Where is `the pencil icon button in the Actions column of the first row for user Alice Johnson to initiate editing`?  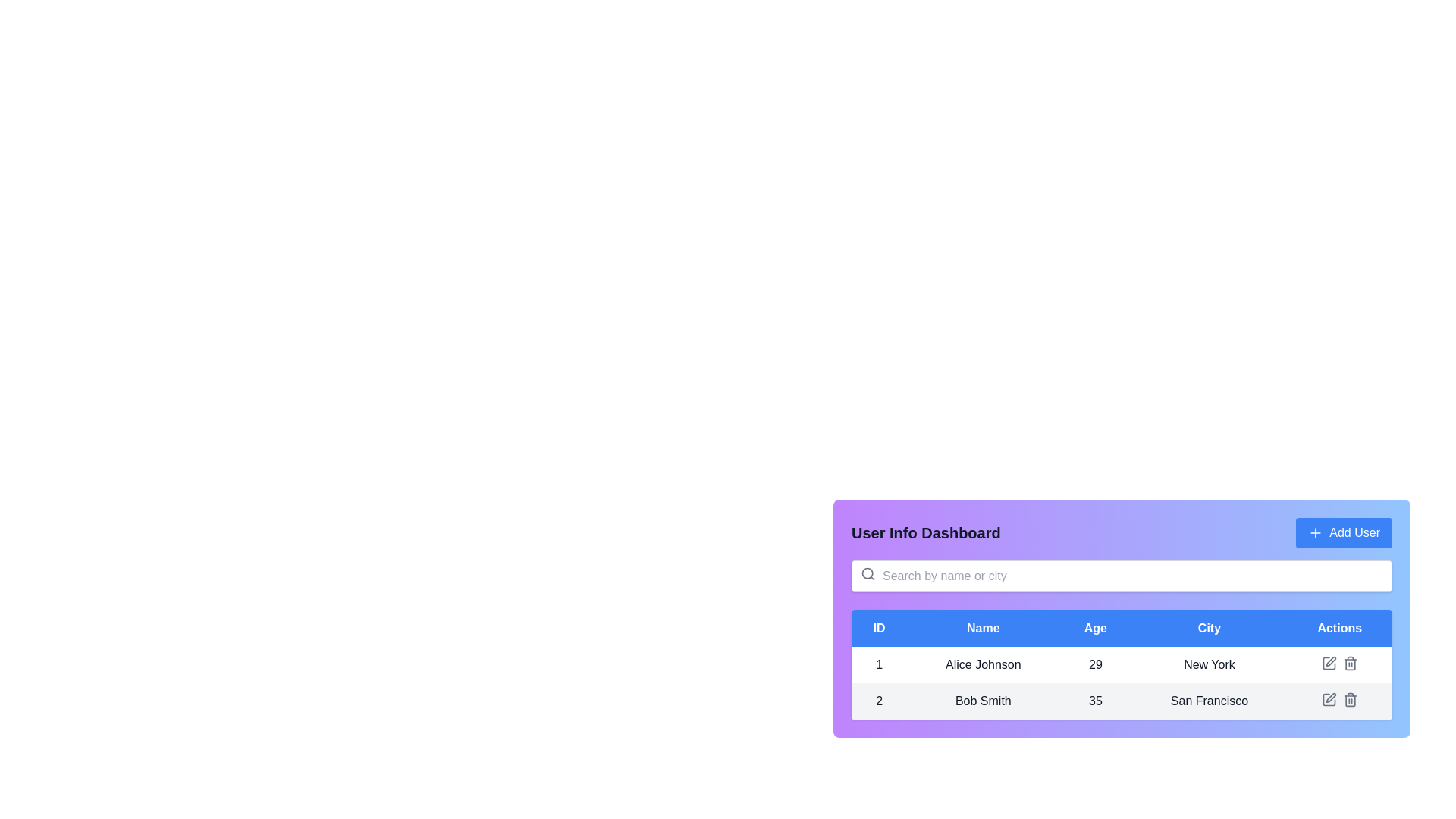 the pencil icon button in the Actions column of the first row for user Alice Johnson to initiate editing is located at coordinates (1328, 663).